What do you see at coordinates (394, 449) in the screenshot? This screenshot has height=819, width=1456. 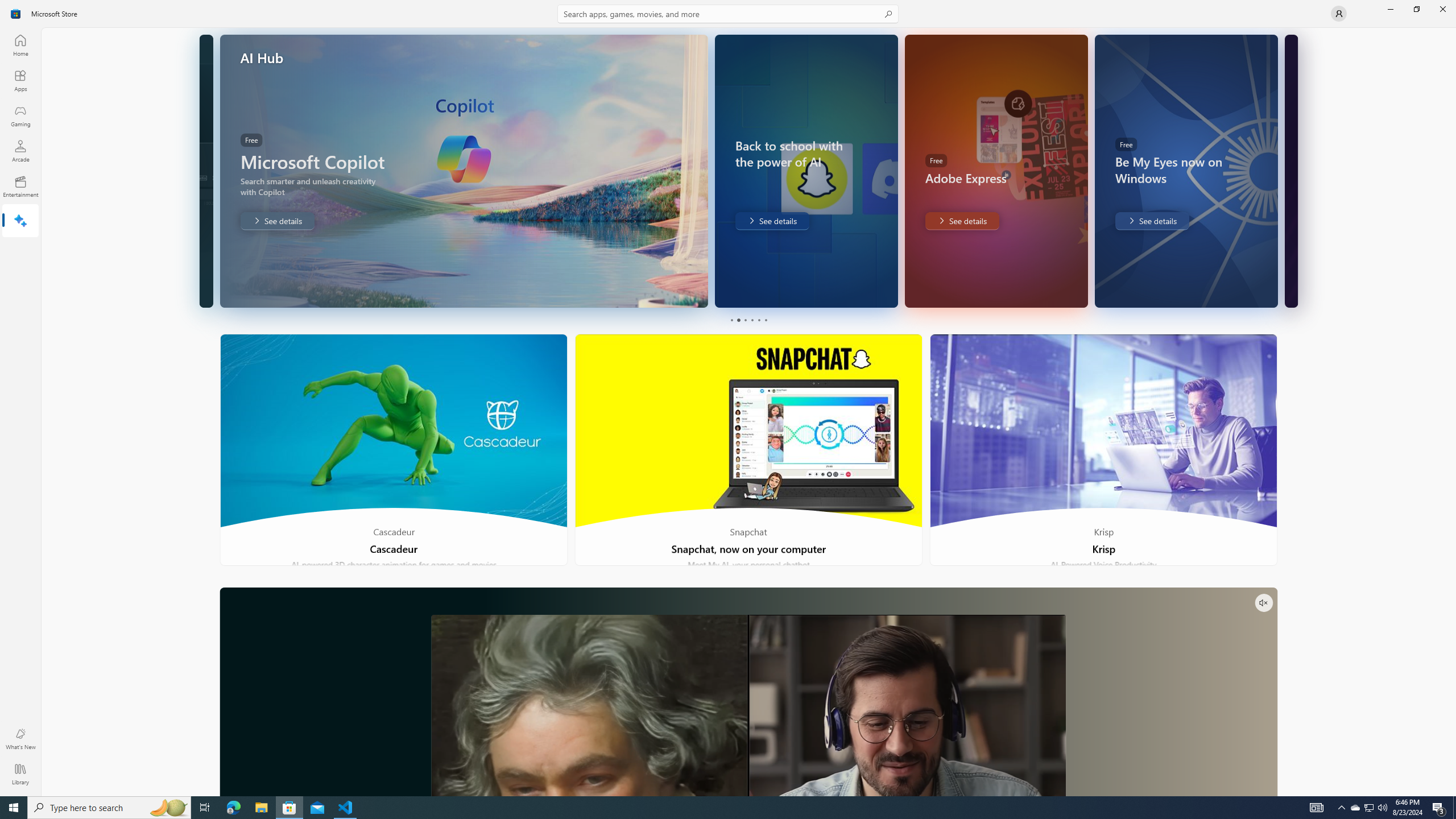 I see `'Cascadeur'` at bounding box center [394, 449].